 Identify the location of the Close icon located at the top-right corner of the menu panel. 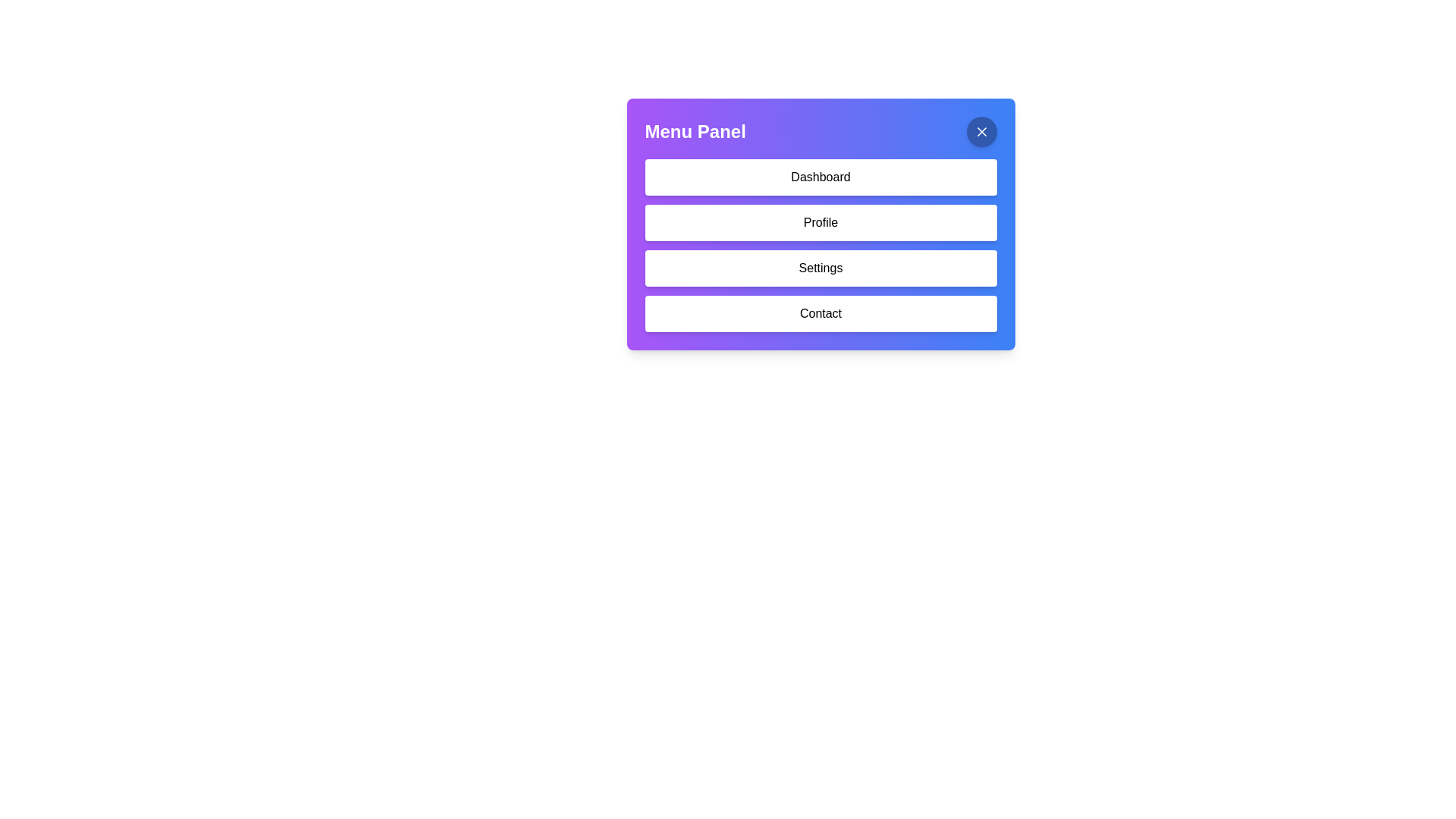
(981, 130).